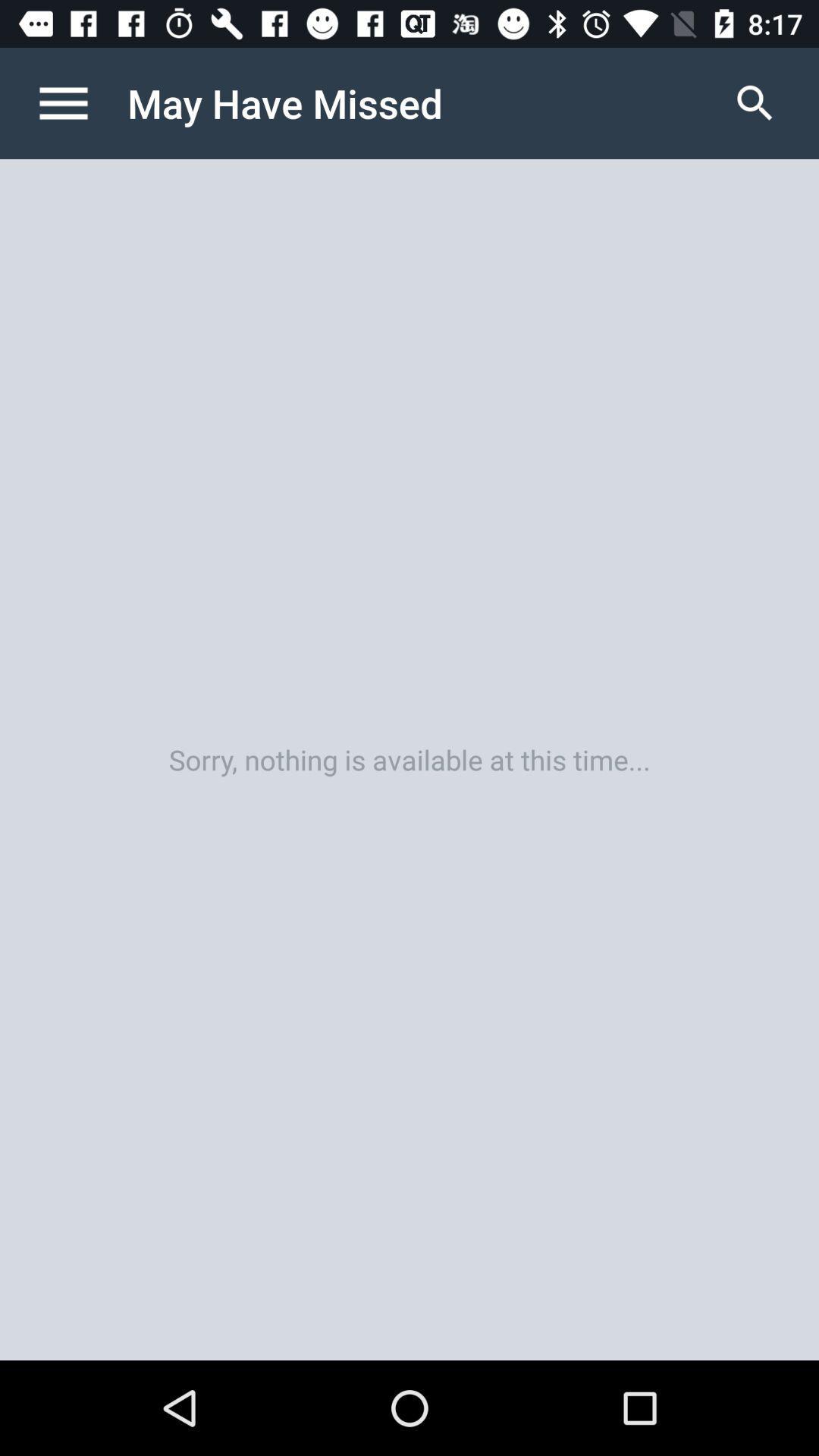 The image size is (819, 1456). I want to click on the icon above the sorry nothing is, so click(79, 102).